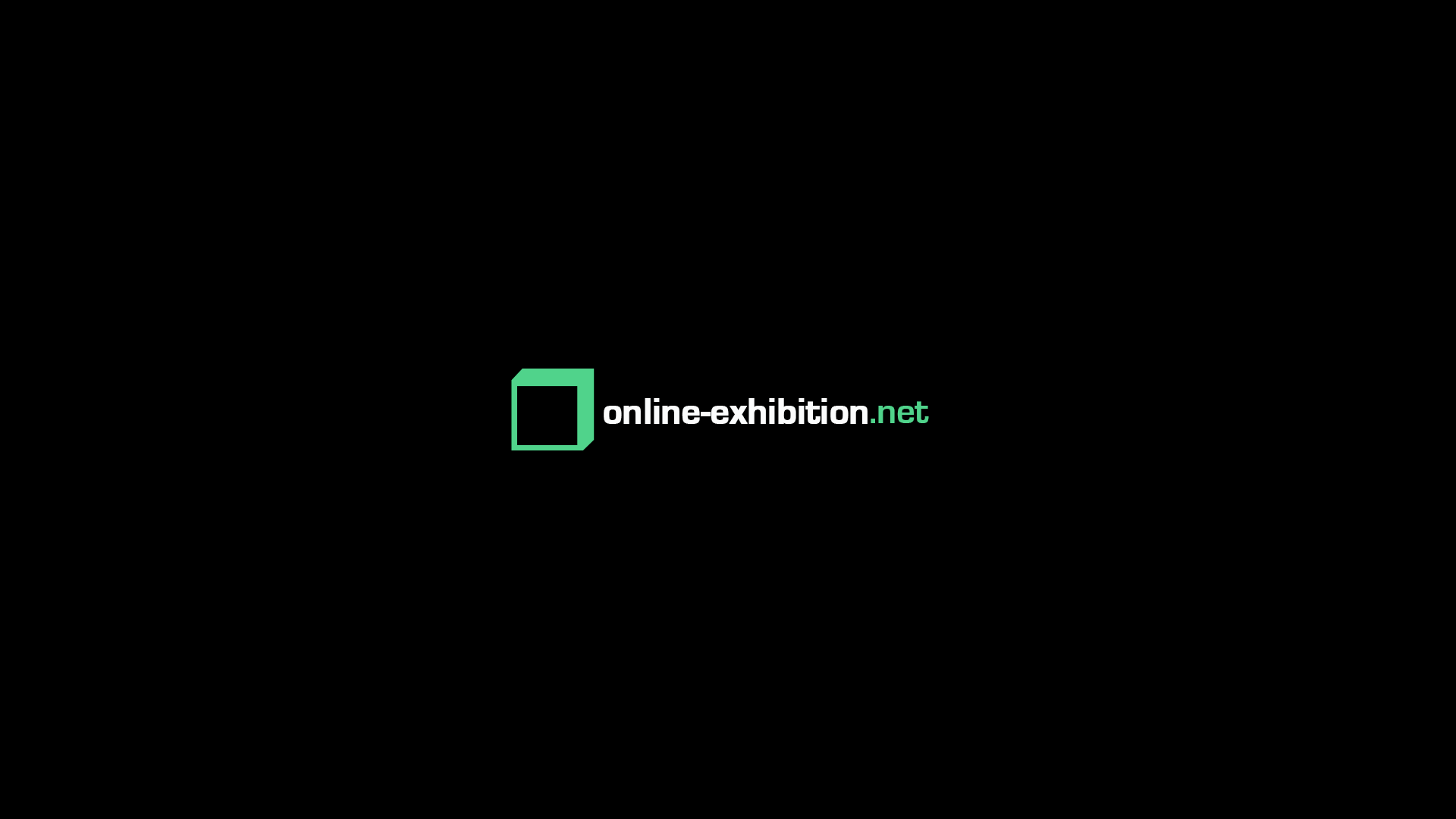  What do you see at coordinates (728, 409) in the screenshot?
I see `'coming soon!'` at bounding box center [728, 409].